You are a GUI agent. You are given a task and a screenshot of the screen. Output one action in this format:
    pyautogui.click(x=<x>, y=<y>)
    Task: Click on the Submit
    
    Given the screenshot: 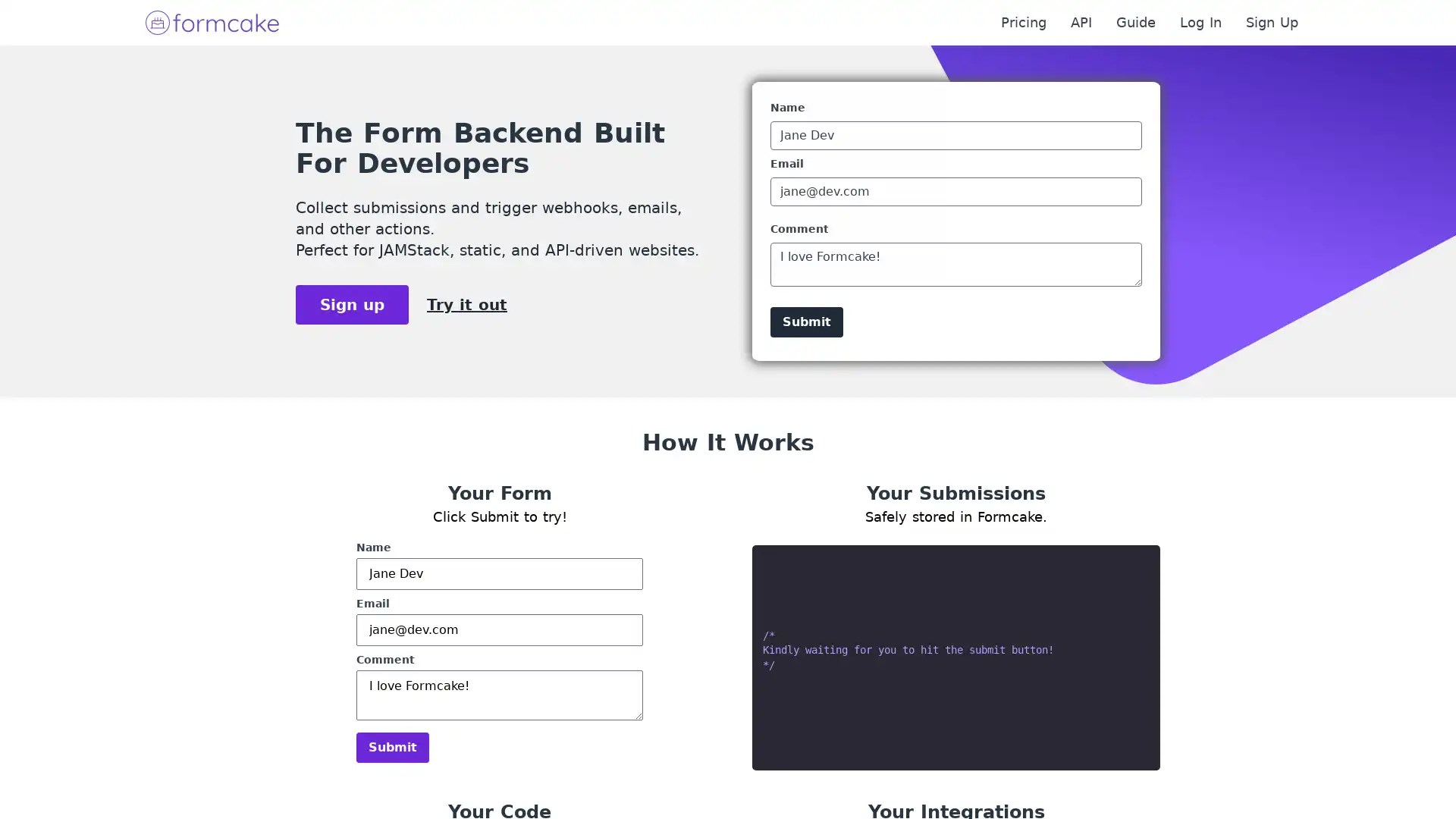 What is the action you would take?
    pyautogui.click(x=806, y=321)
    